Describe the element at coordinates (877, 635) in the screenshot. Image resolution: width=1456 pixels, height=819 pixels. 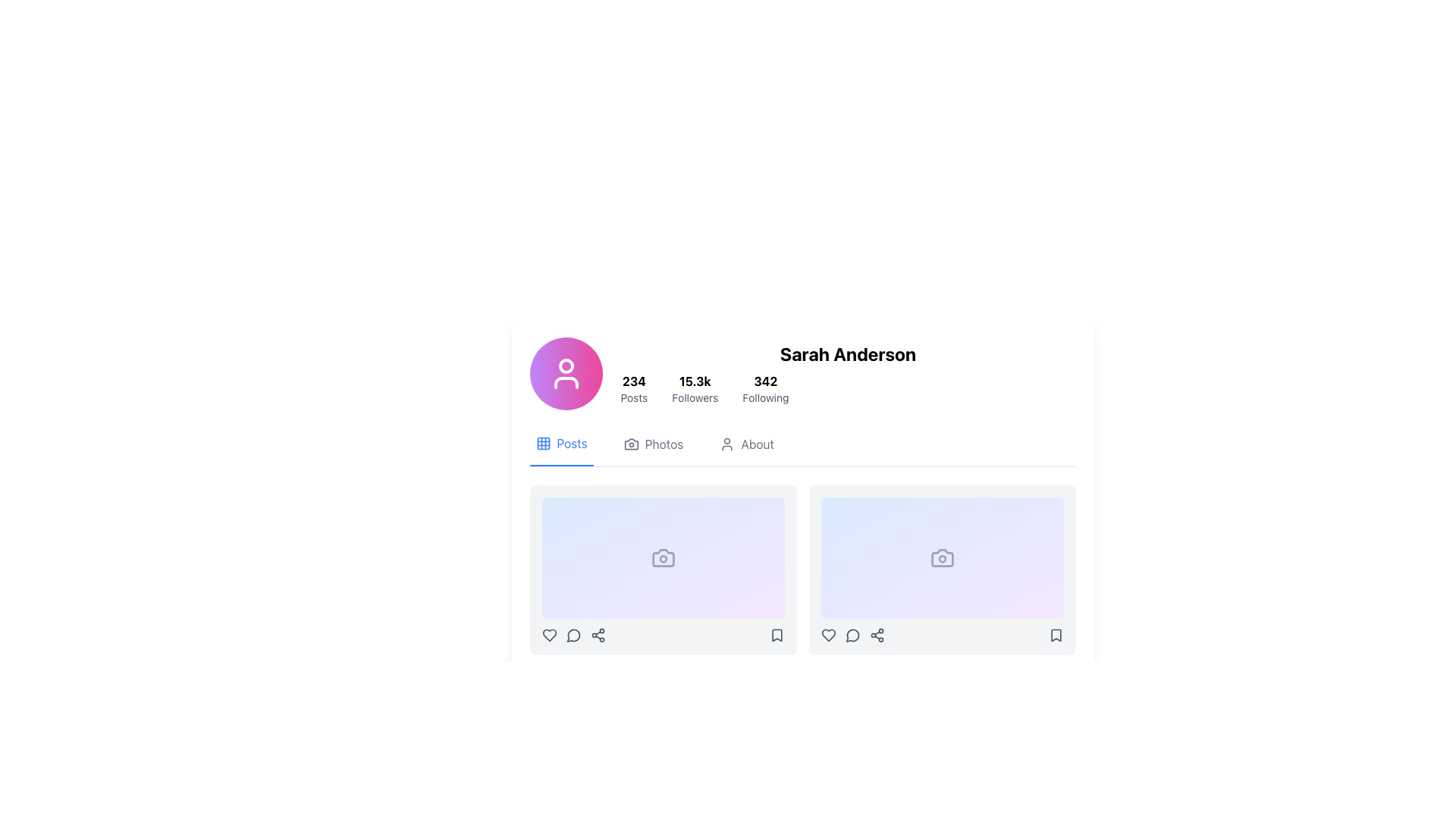
I see `the share button icon located` at that location.